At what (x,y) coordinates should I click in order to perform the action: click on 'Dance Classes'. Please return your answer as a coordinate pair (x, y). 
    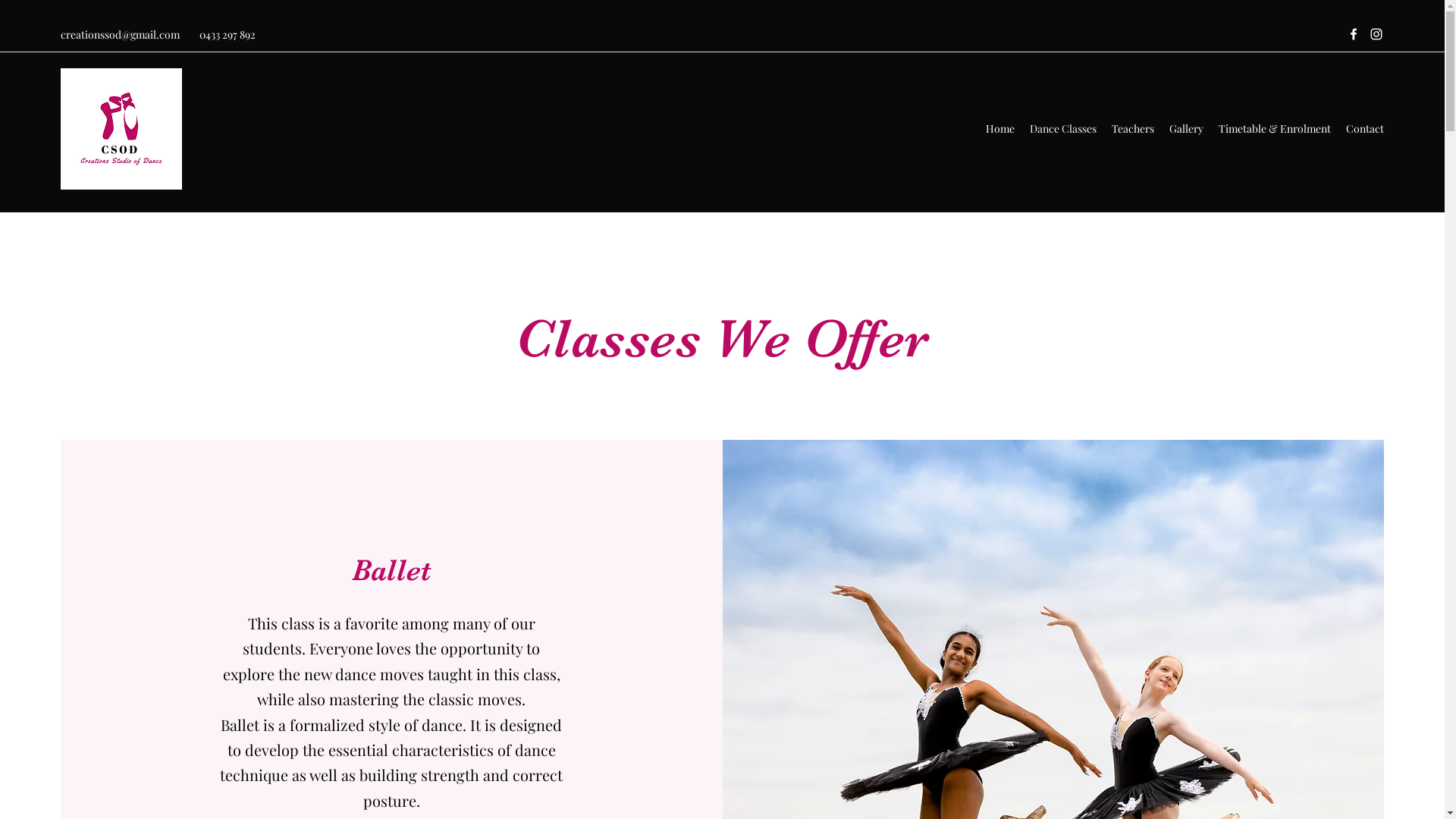
    Looking at the image, I should click on (1062, 127).